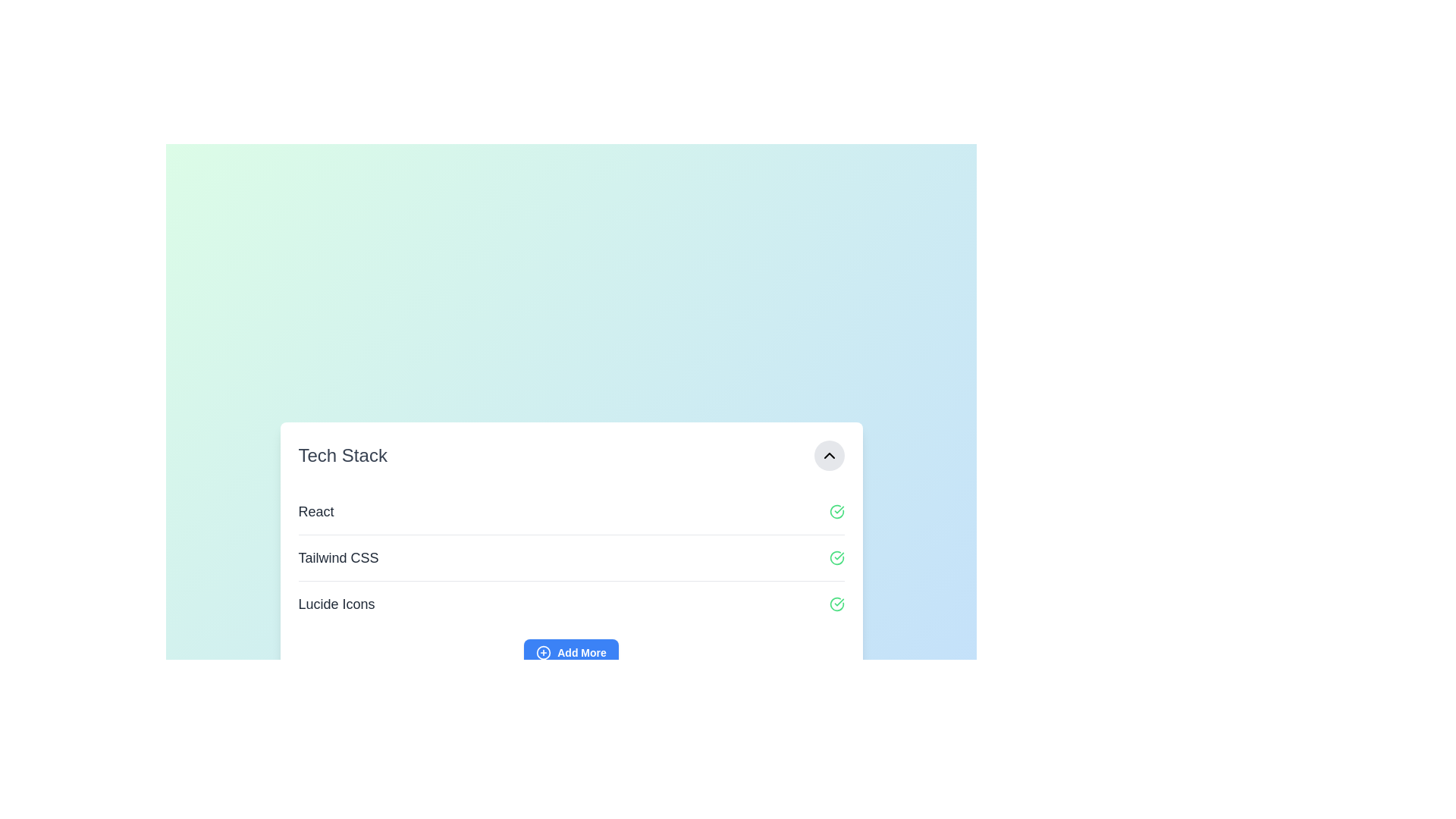  What do you see at coordinates (336, 604) in the screenshot?
I see `the Text label indicating 'Lucide Icons' in the Tech Stack list, positioned between 'Tailwind CSS' and the 'Add More' button` at bounding box center [336, 604].